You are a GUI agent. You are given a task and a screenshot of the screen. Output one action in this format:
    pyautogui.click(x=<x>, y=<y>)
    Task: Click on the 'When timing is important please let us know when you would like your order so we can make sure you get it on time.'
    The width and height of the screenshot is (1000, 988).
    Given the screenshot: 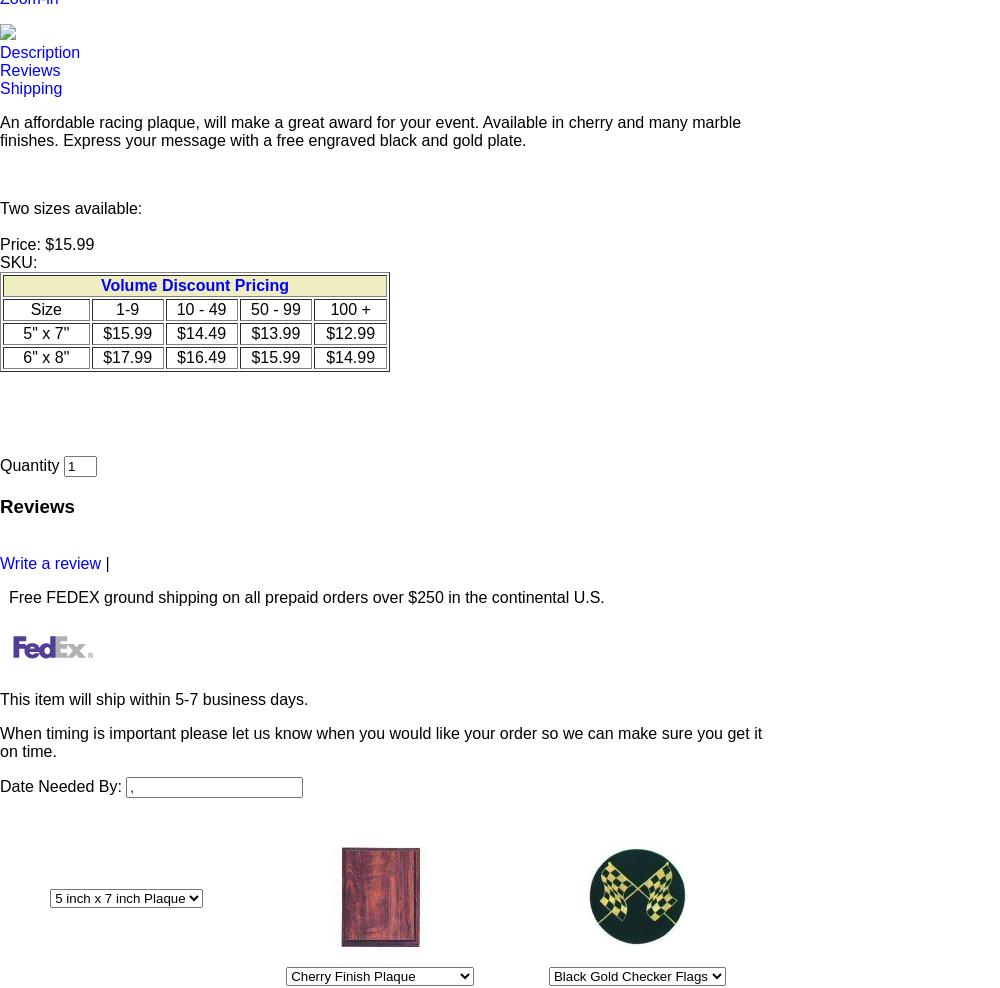 What is the action you would take?
    pyautogui.click(x=0, y=741)
    